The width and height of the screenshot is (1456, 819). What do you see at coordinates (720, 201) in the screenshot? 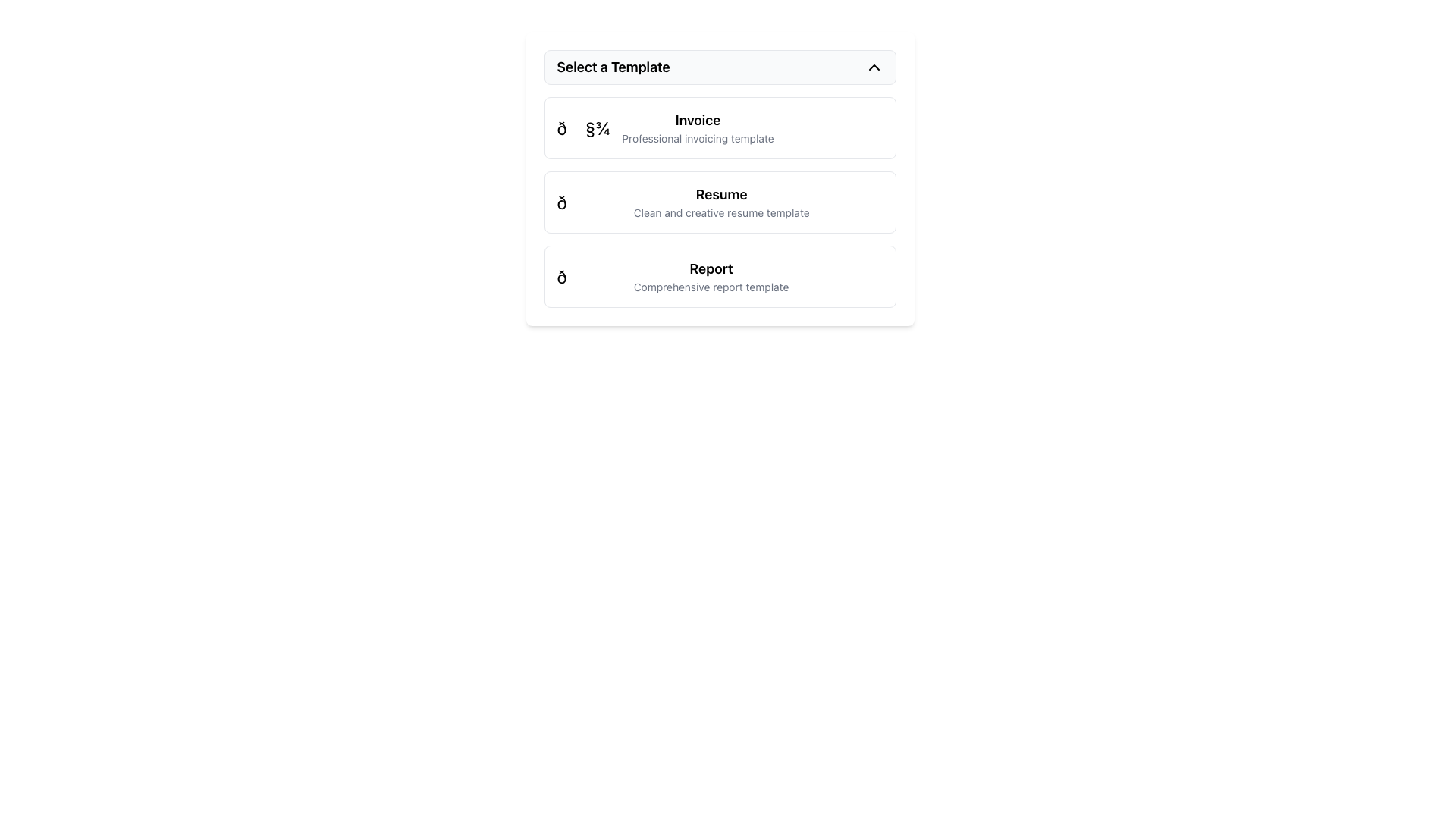
I see `the second option in the list under 'Select a Template'` at bounding box center [720, 201].